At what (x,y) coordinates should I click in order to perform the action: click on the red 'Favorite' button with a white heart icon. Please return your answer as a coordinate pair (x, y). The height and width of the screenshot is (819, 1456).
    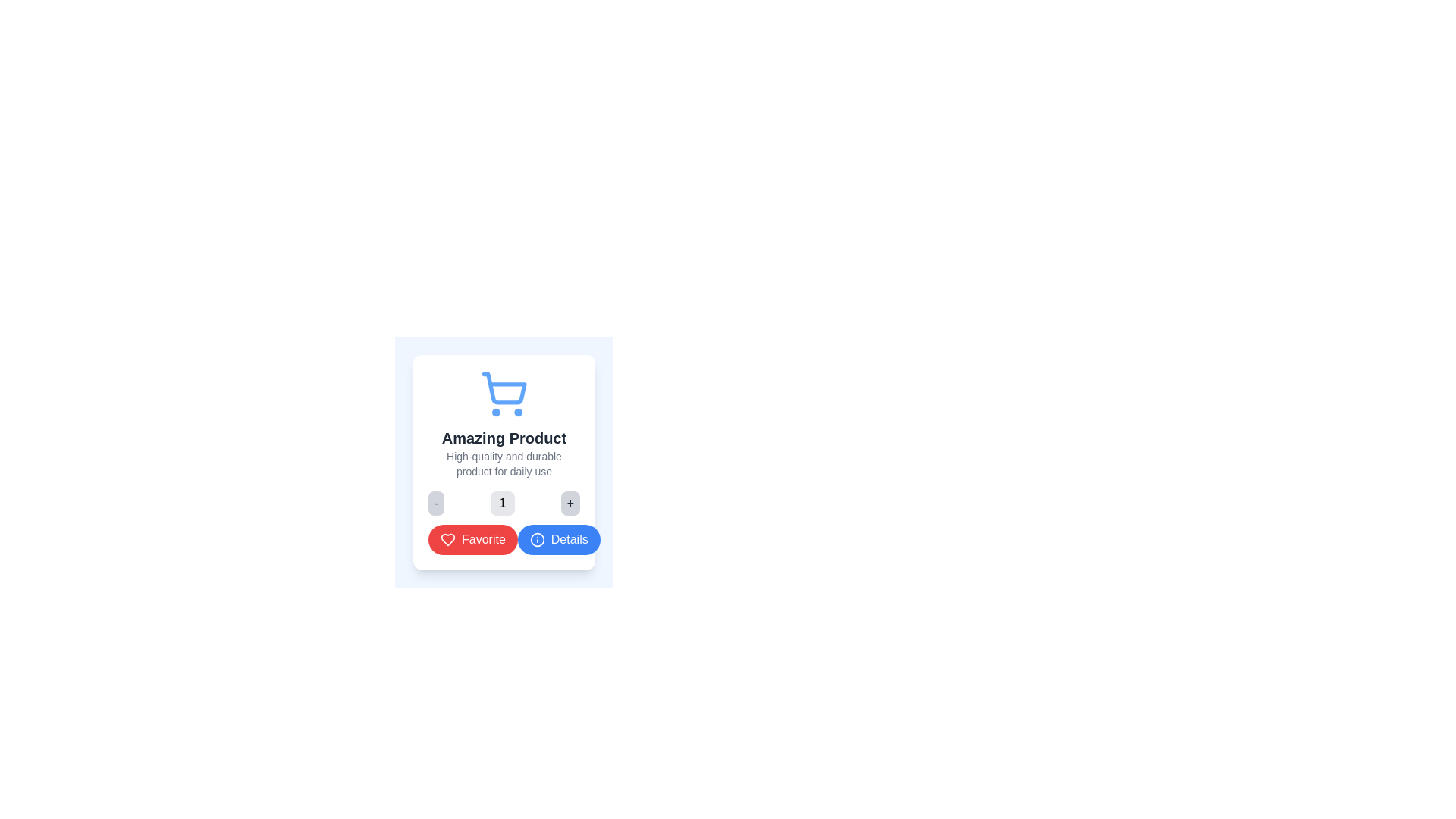
    Looking at the image, I should click on (472, 539).